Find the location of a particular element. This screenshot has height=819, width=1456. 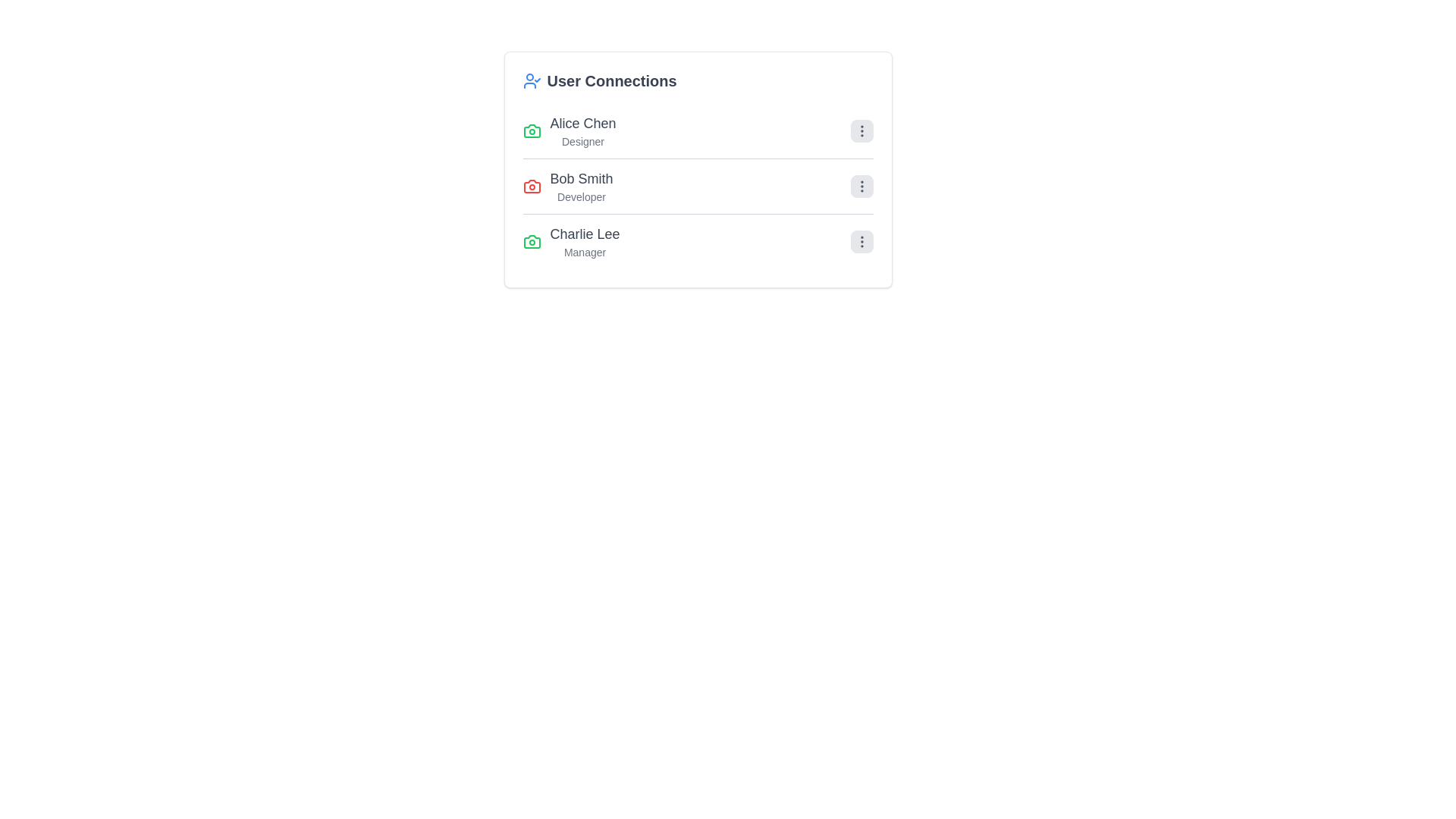

the button next to 'Alice Chen Designer' using keyboard navigation and activate it with the Enter key is located at coordinates (861, 130).